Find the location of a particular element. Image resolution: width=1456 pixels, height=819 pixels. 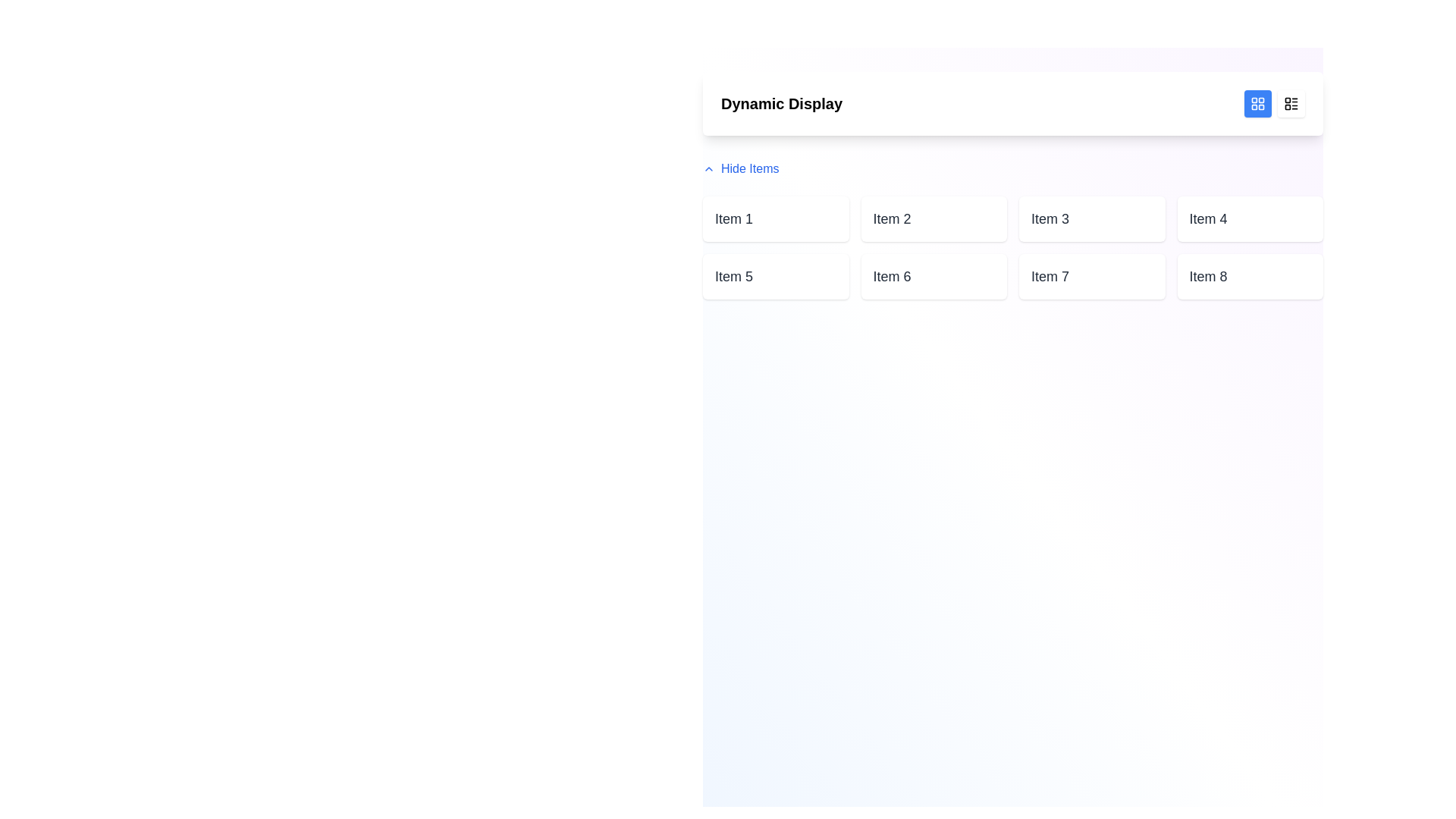

the selectable card for 'Item 1' located in the top-left corner of the grid layout is located at coordinates (775, 219).